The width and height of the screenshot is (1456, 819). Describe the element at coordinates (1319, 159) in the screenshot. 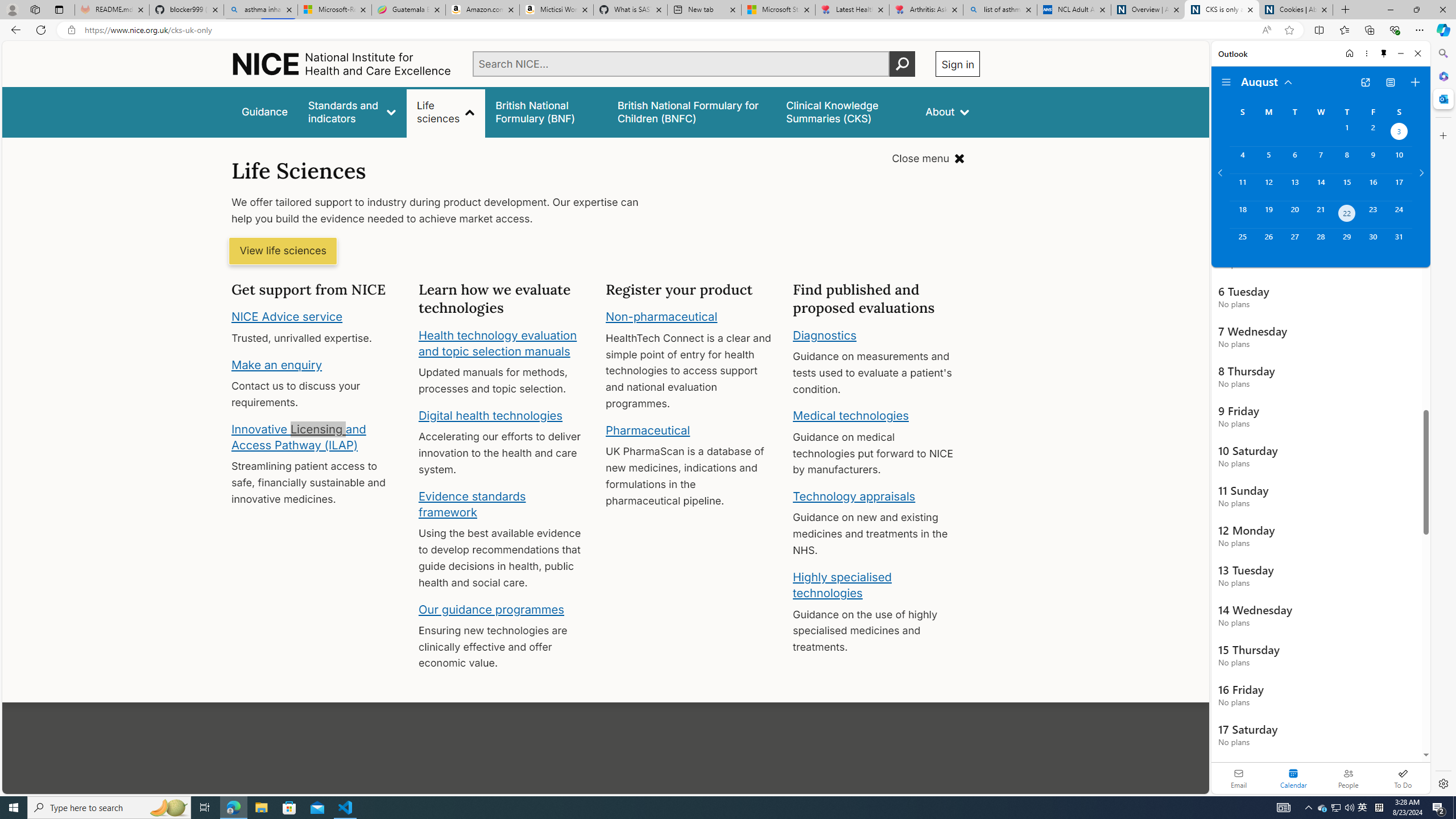

I see `'Wednesday, August 7, 2024. '` at that location.